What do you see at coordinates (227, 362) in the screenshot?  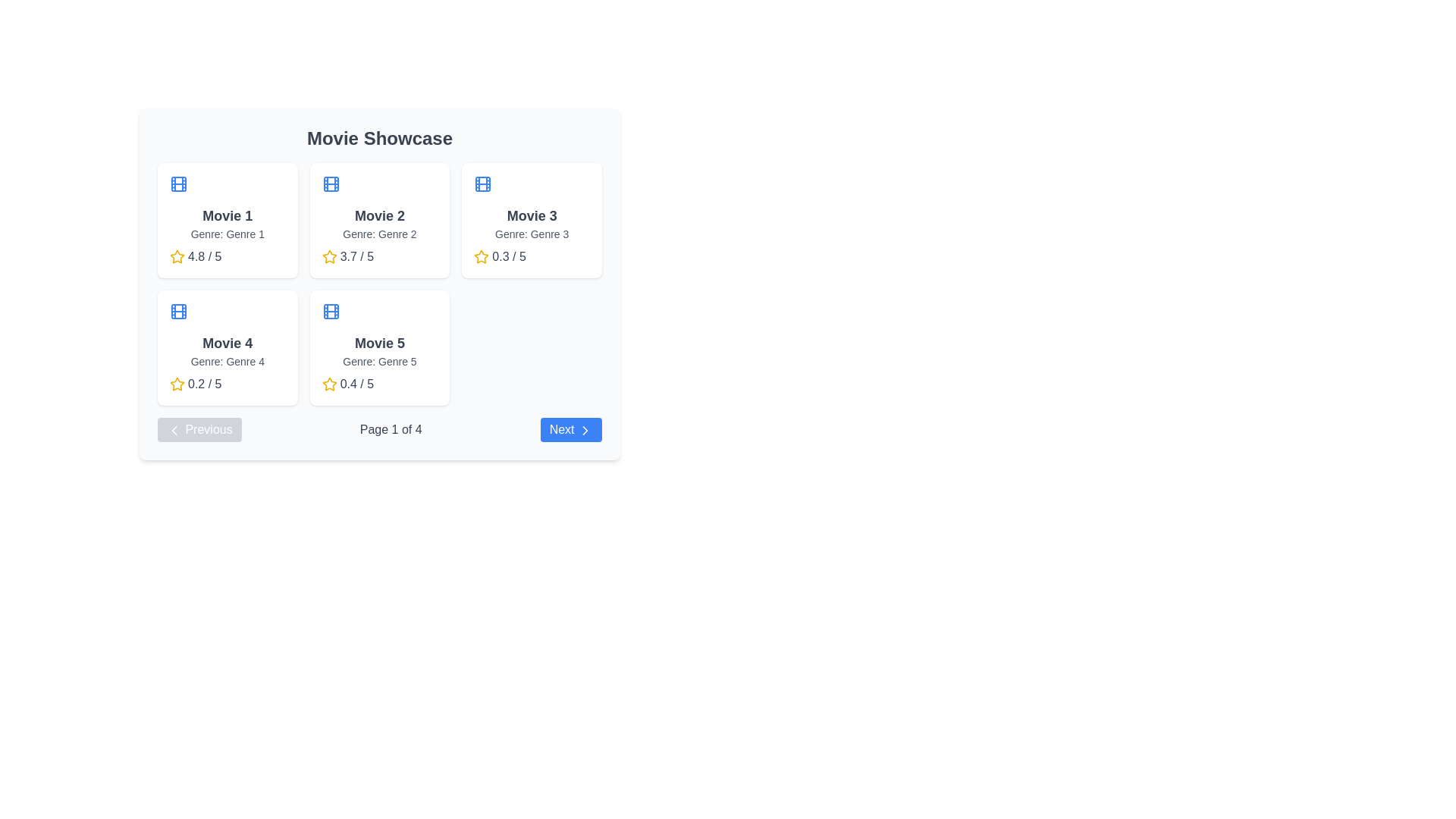 I see `the text label displaying 'Genre: Genre 4', which is located below the title 'Movie 4' in the third card of the first row` at bounding box center [227, 362].